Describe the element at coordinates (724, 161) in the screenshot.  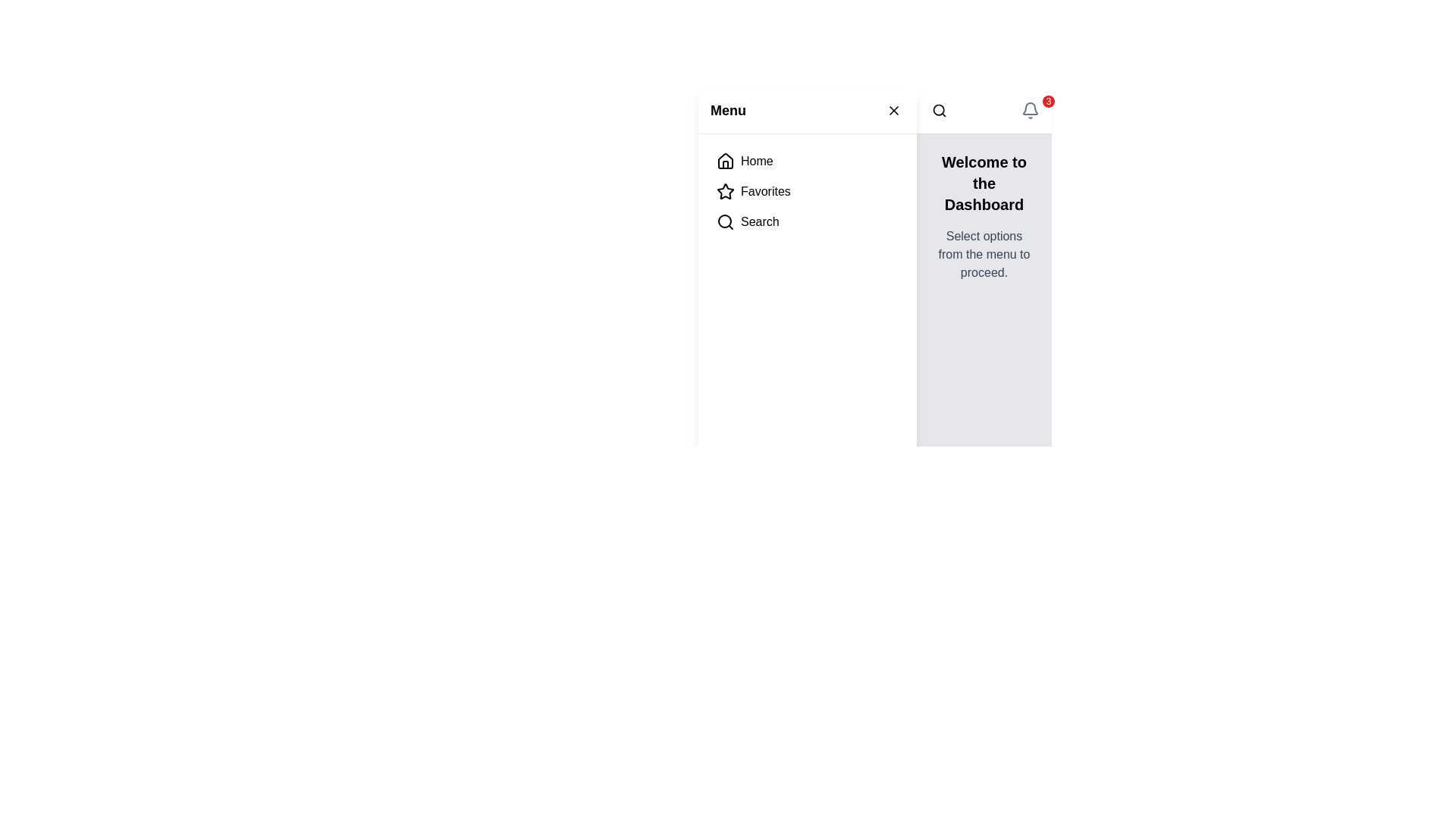
I see `the 'Home' menu icon, which is the first icon in the vertical list of menu items on the left side of the interface` at that location.